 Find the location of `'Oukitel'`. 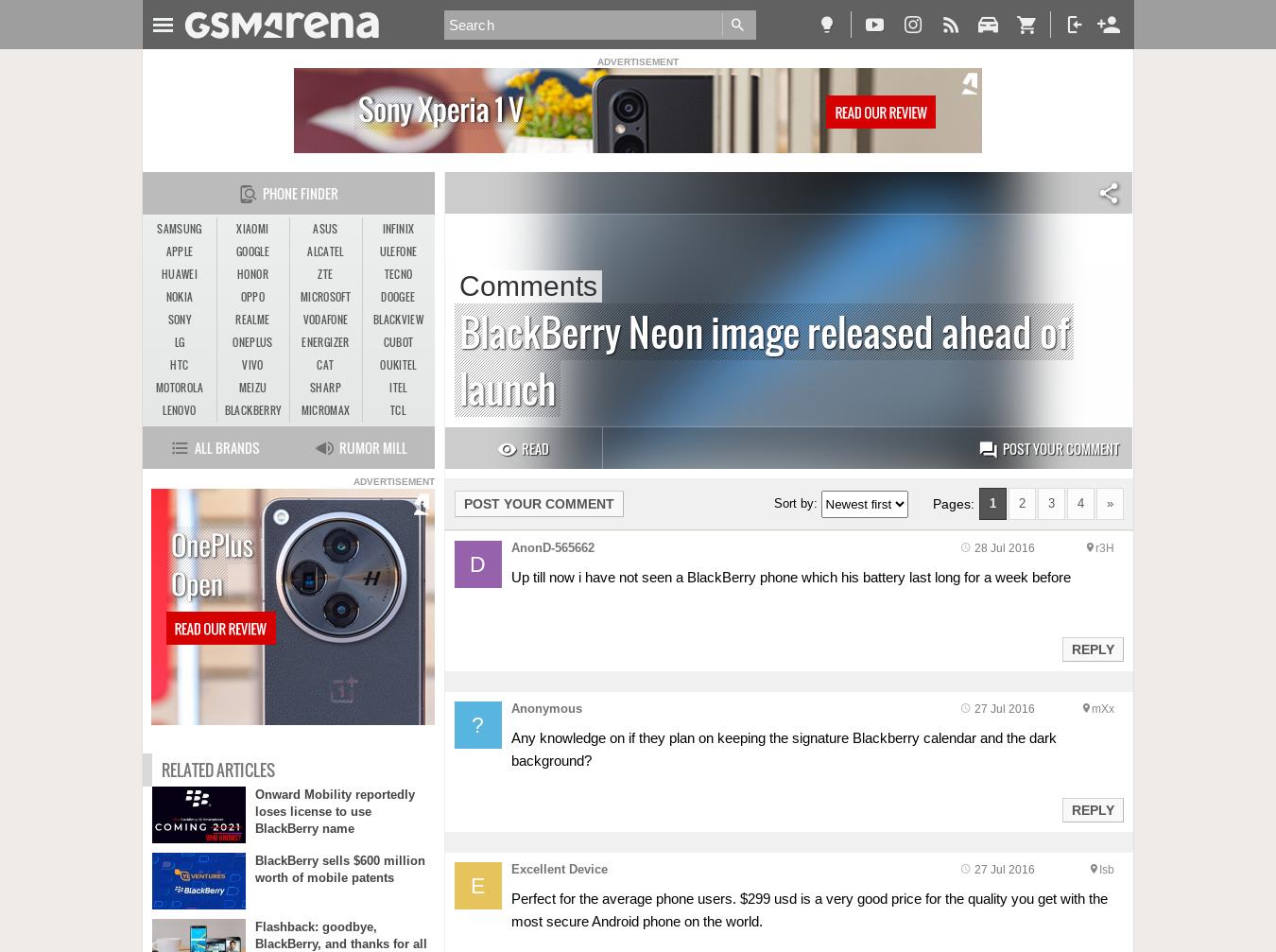

'Oukitel' is located at coordinates (398, 364).